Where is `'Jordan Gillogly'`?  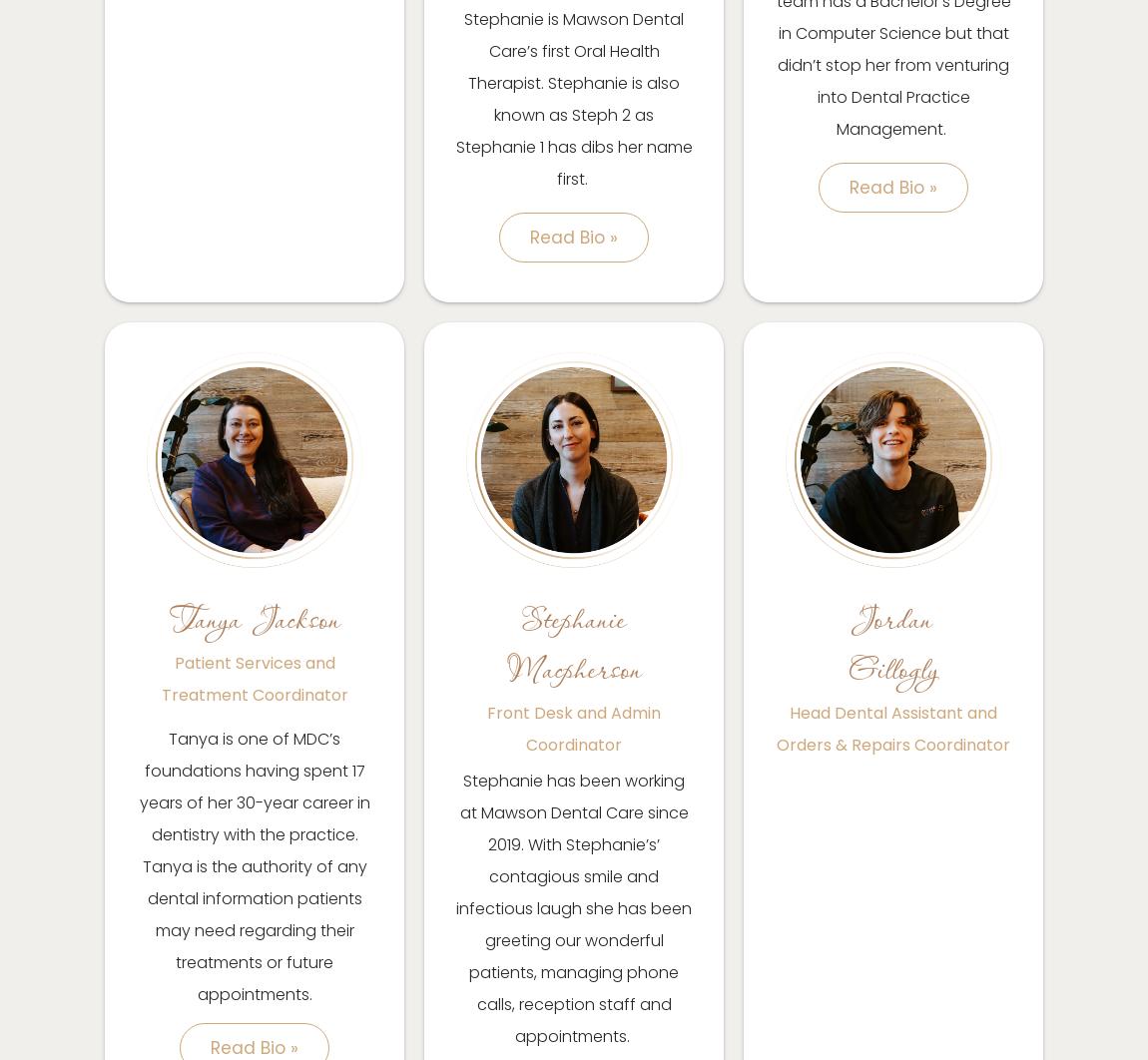 'Jordan Gillogly' is located at coordinates (892, 642).